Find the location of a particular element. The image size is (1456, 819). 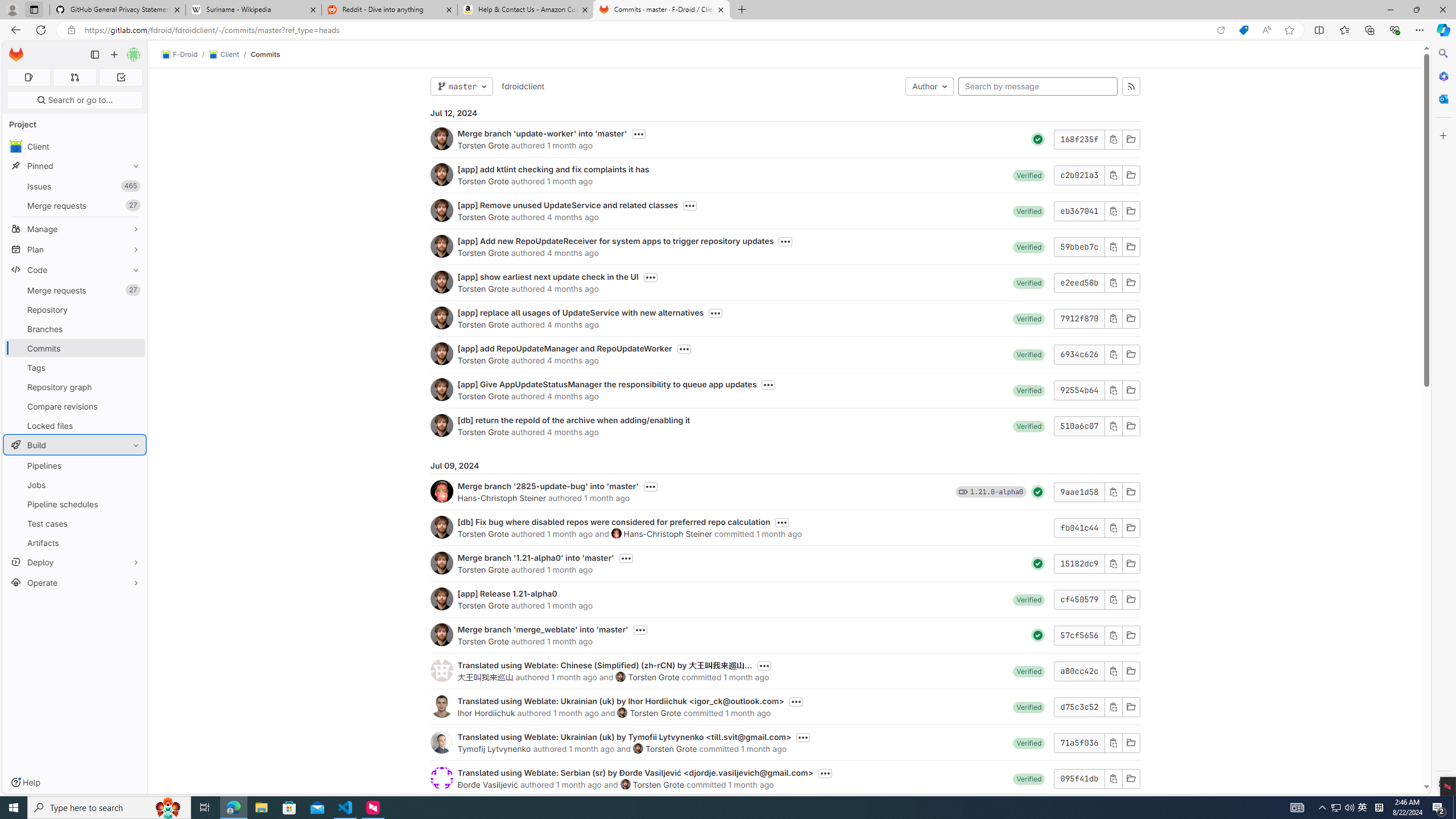

'Pin Repository' is located at coordinates (133, 309).